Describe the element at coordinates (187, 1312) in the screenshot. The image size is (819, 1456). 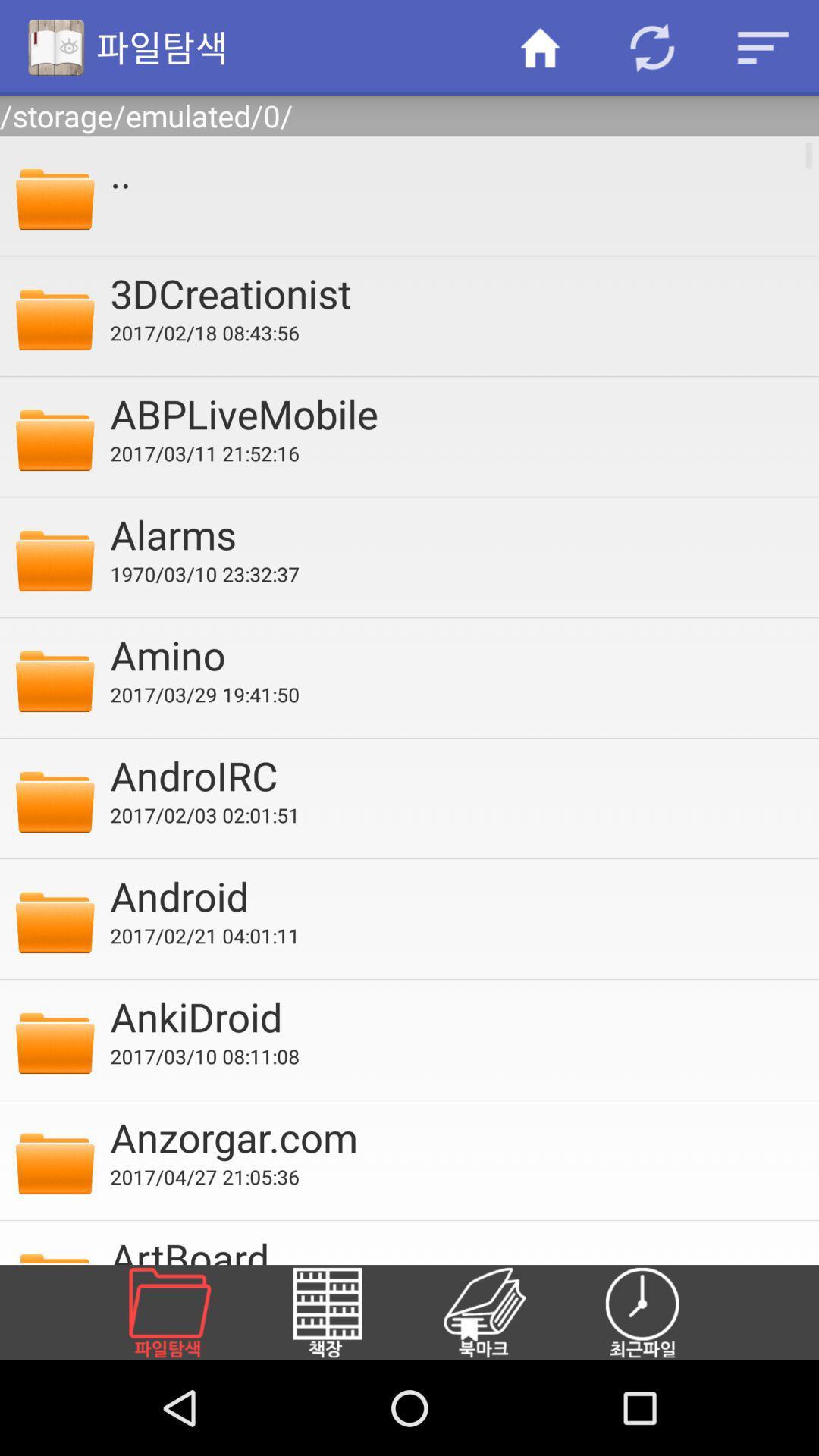
I see `open another archive` at that location.